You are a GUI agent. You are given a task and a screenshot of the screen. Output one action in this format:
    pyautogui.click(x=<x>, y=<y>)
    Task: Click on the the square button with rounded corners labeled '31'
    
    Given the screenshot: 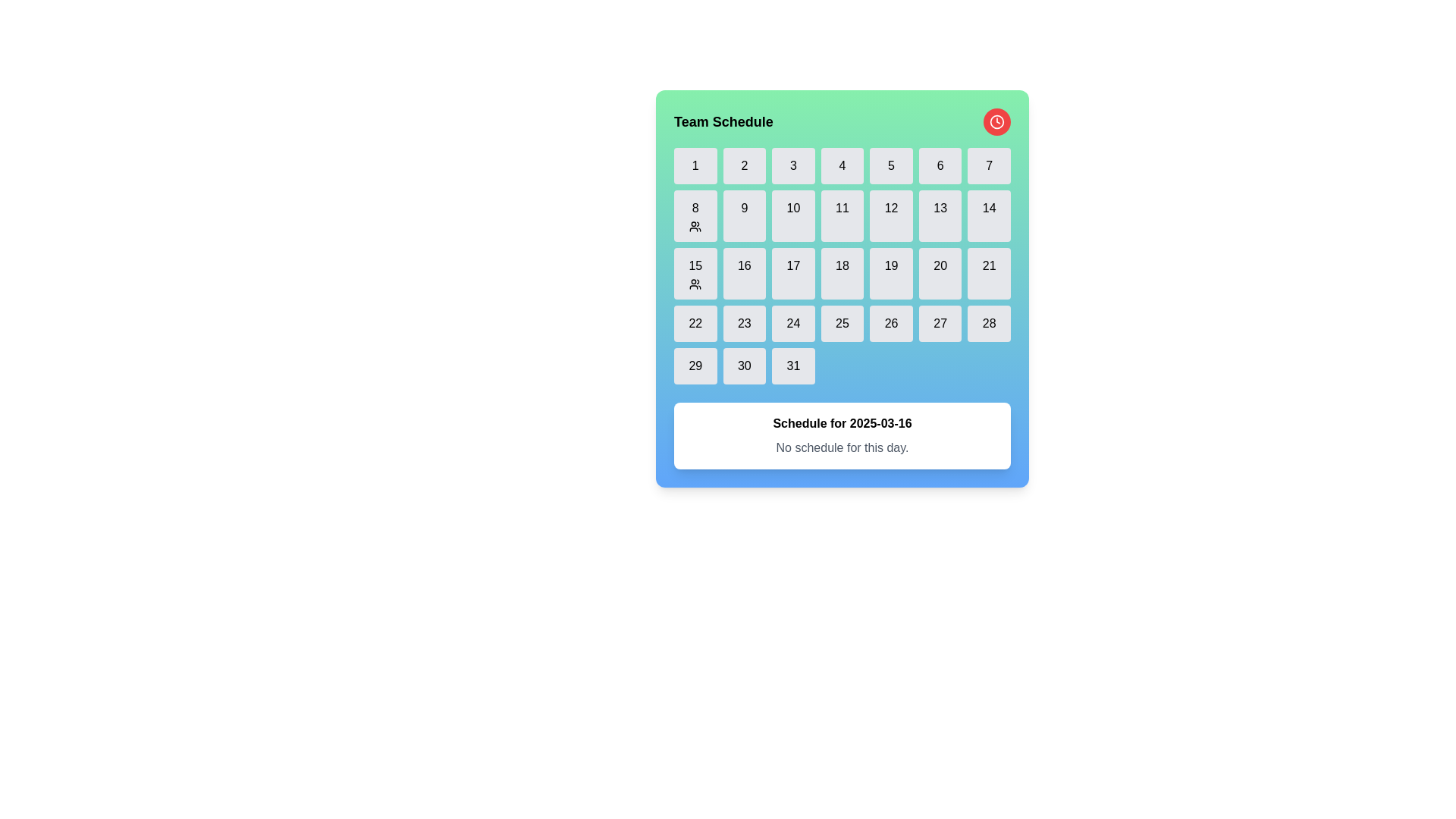 What is the action you would take?
    pyautogui.click(x=792, y=366)
    